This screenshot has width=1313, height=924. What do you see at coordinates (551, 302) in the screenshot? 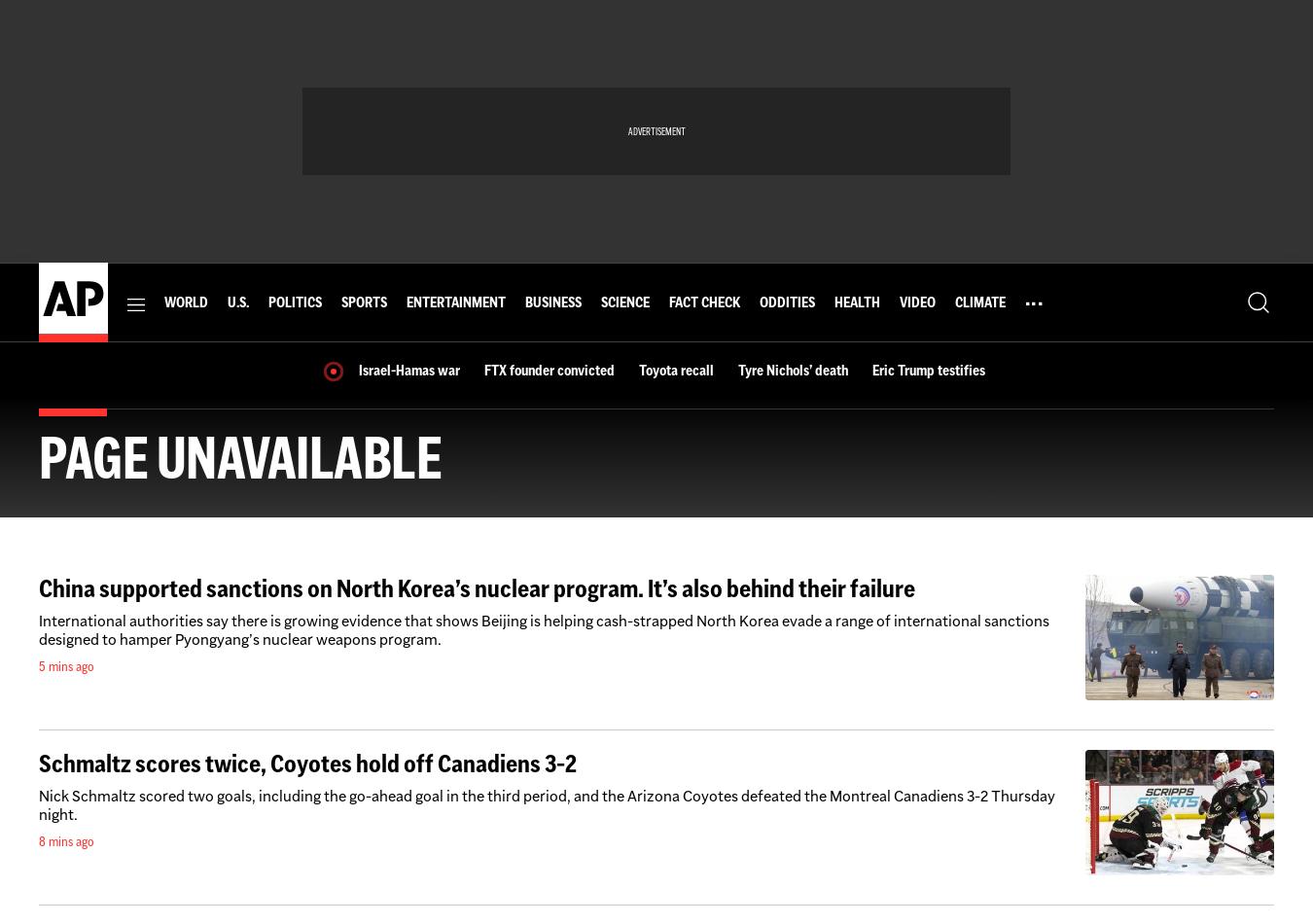
I see `'Business'` at bounding box center [551, 302].